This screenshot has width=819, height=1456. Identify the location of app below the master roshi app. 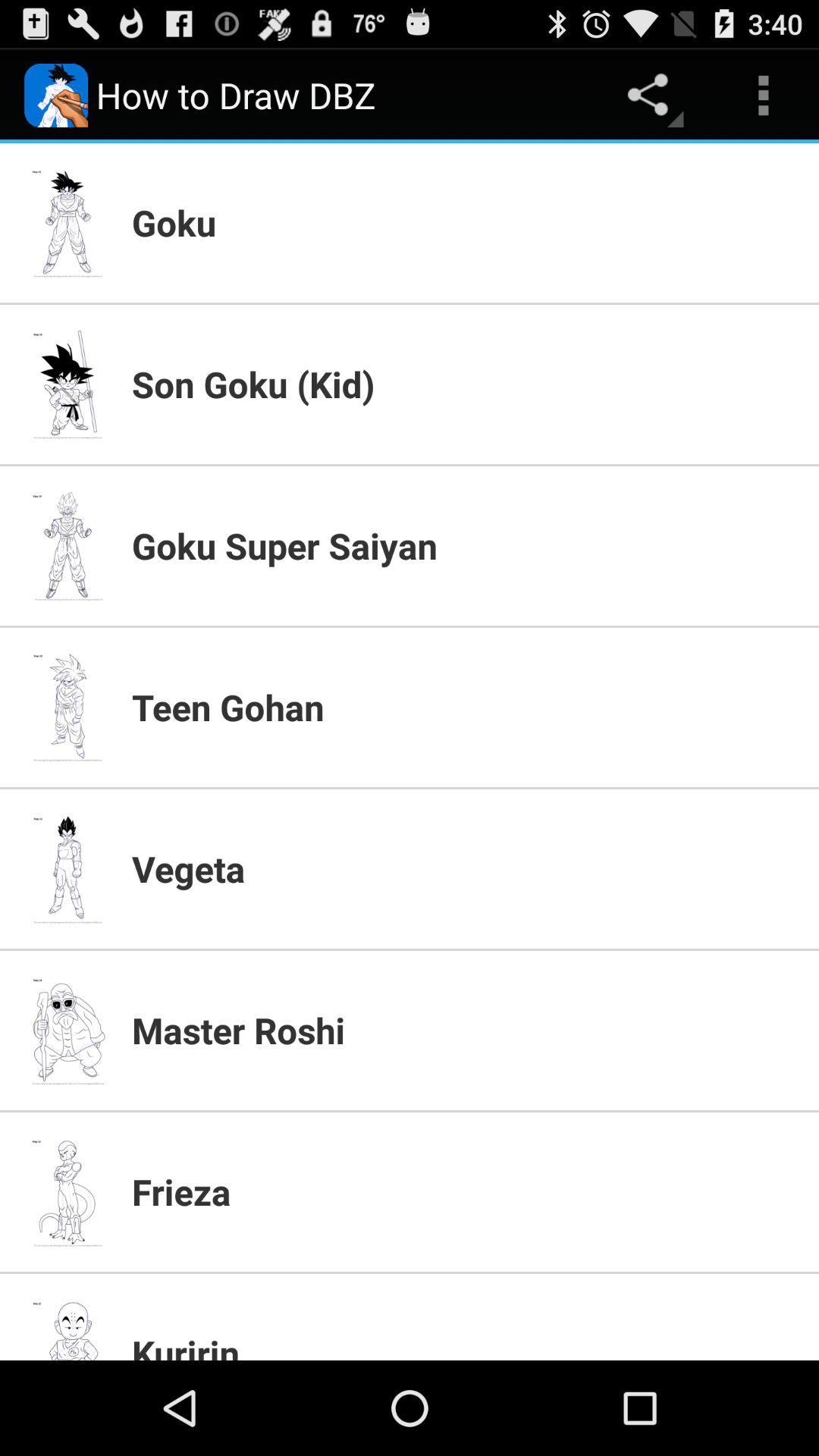
(465, 1191).